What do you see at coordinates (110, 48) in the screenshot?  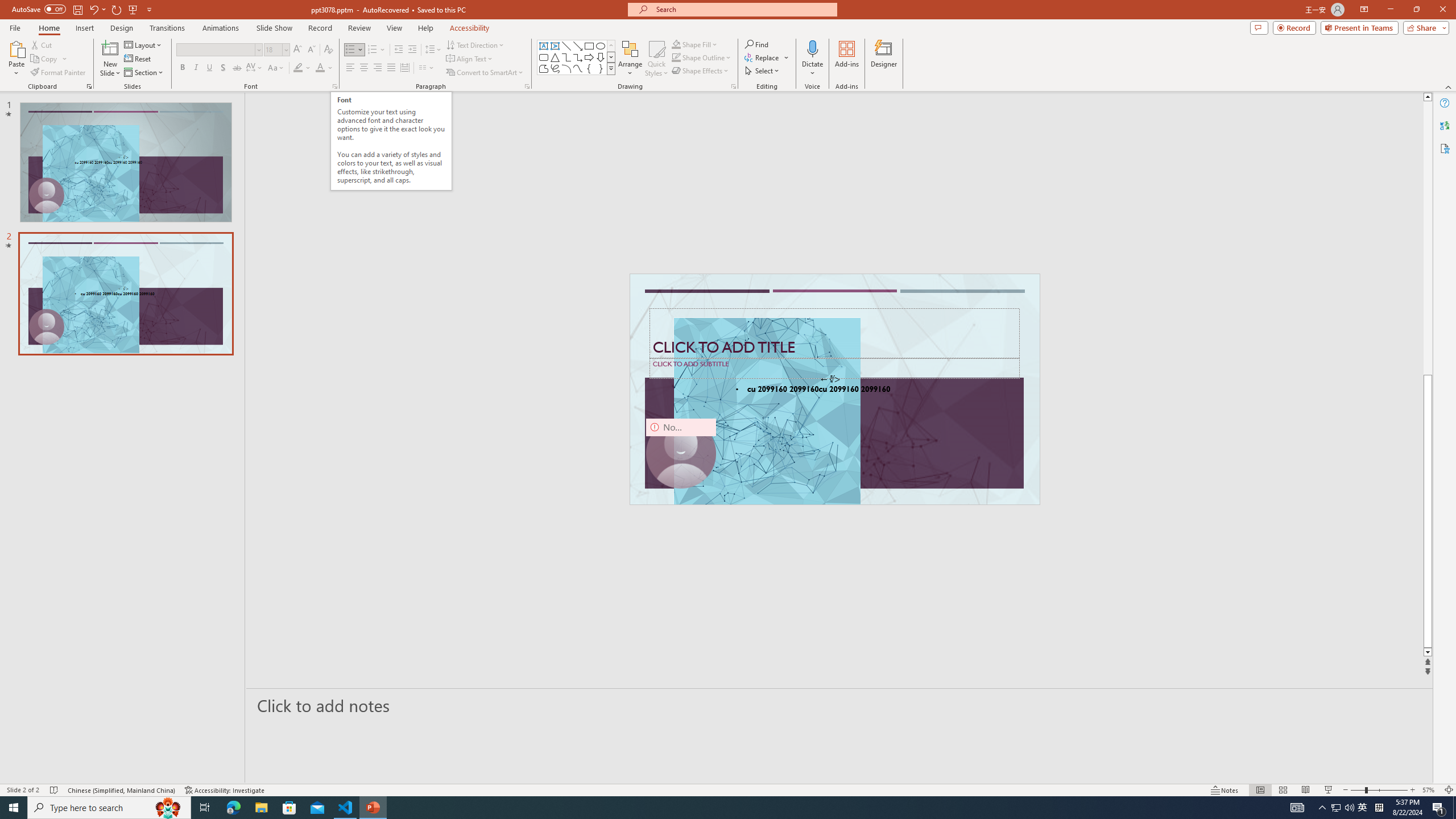 I see `'New Slide'` at bounding box center [110, 48].